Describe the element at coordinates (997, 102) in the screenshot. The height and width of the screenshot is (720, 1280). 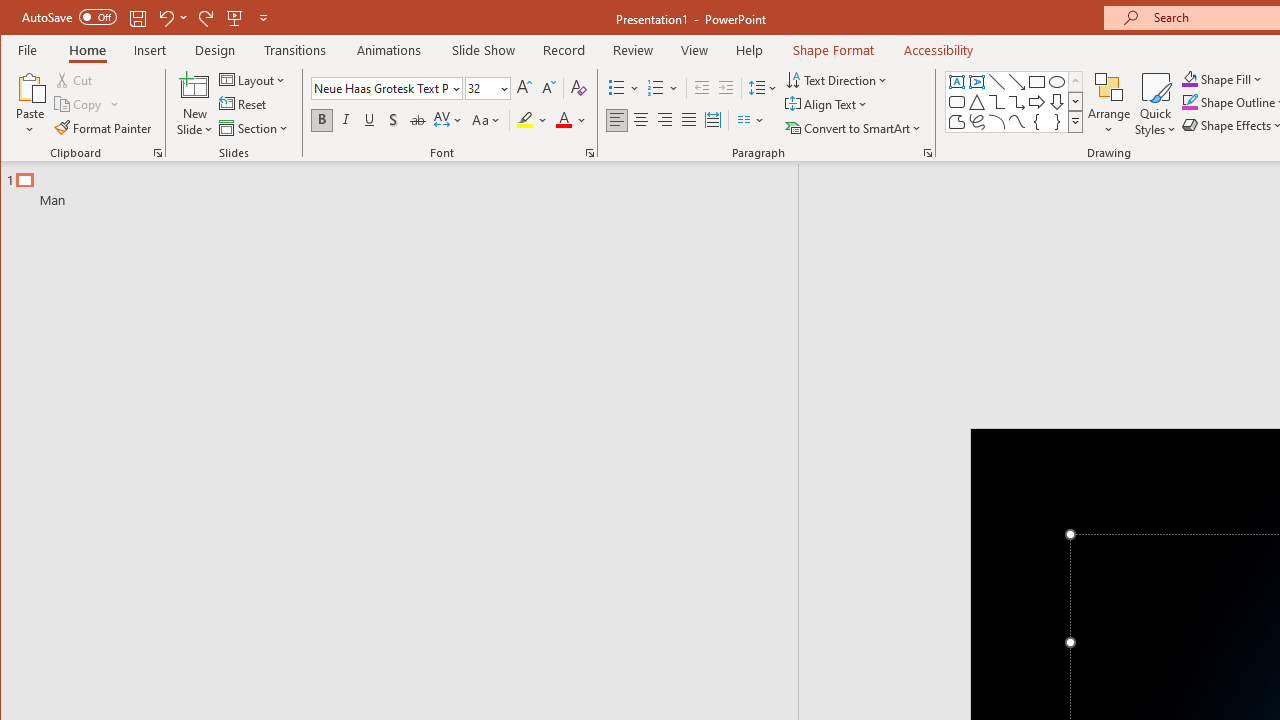
I see `'Connector: Elbow'` at that location.